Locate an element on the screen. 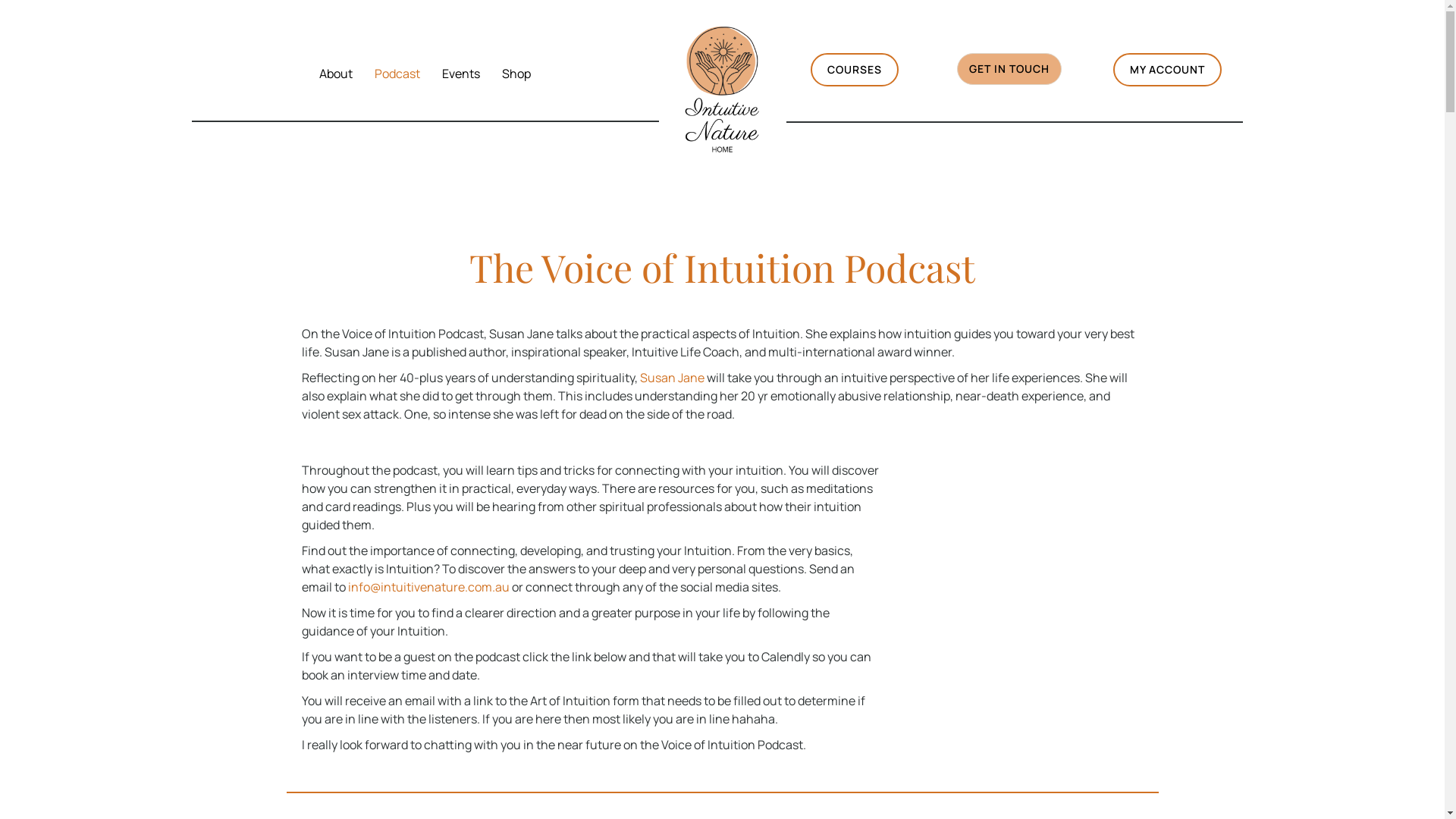  'MY ACCOUNT' is located at coordinates (1113, 70).